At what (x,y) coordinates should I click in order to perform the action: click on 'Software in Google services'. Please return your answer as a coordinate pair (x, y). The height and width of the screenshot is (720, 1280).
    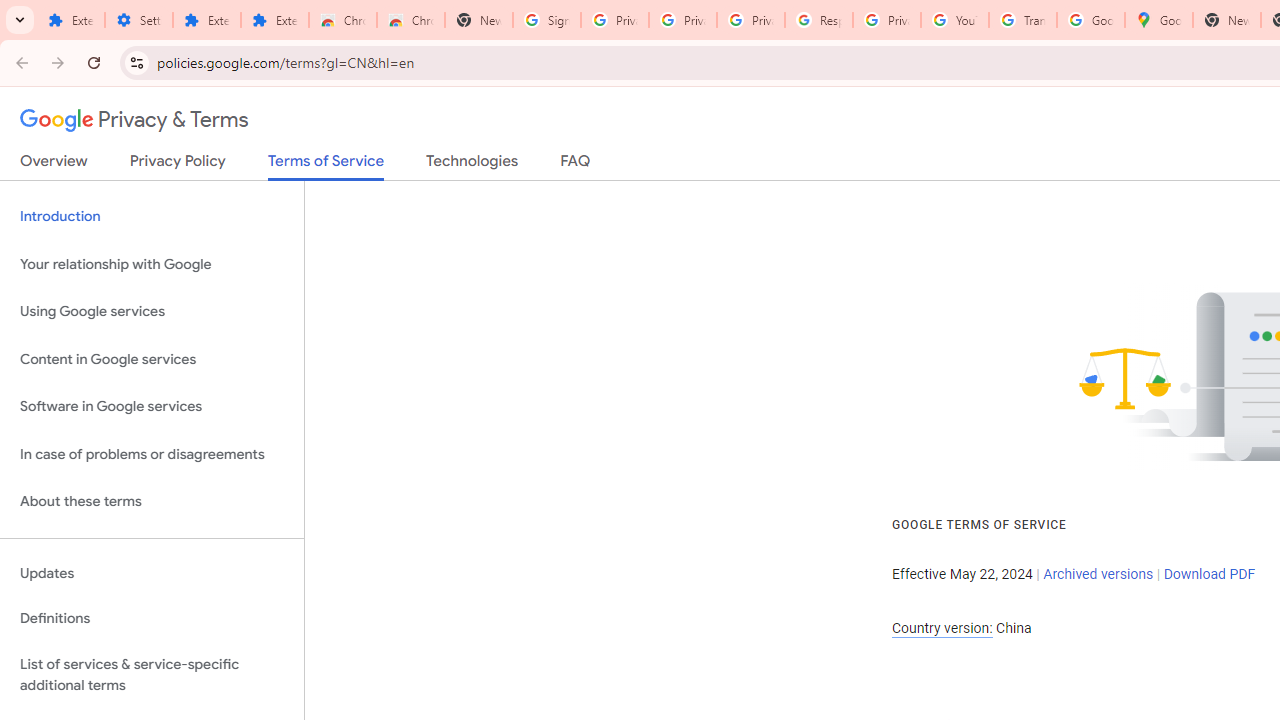
    Looking at the image, I should click on (151, 406).